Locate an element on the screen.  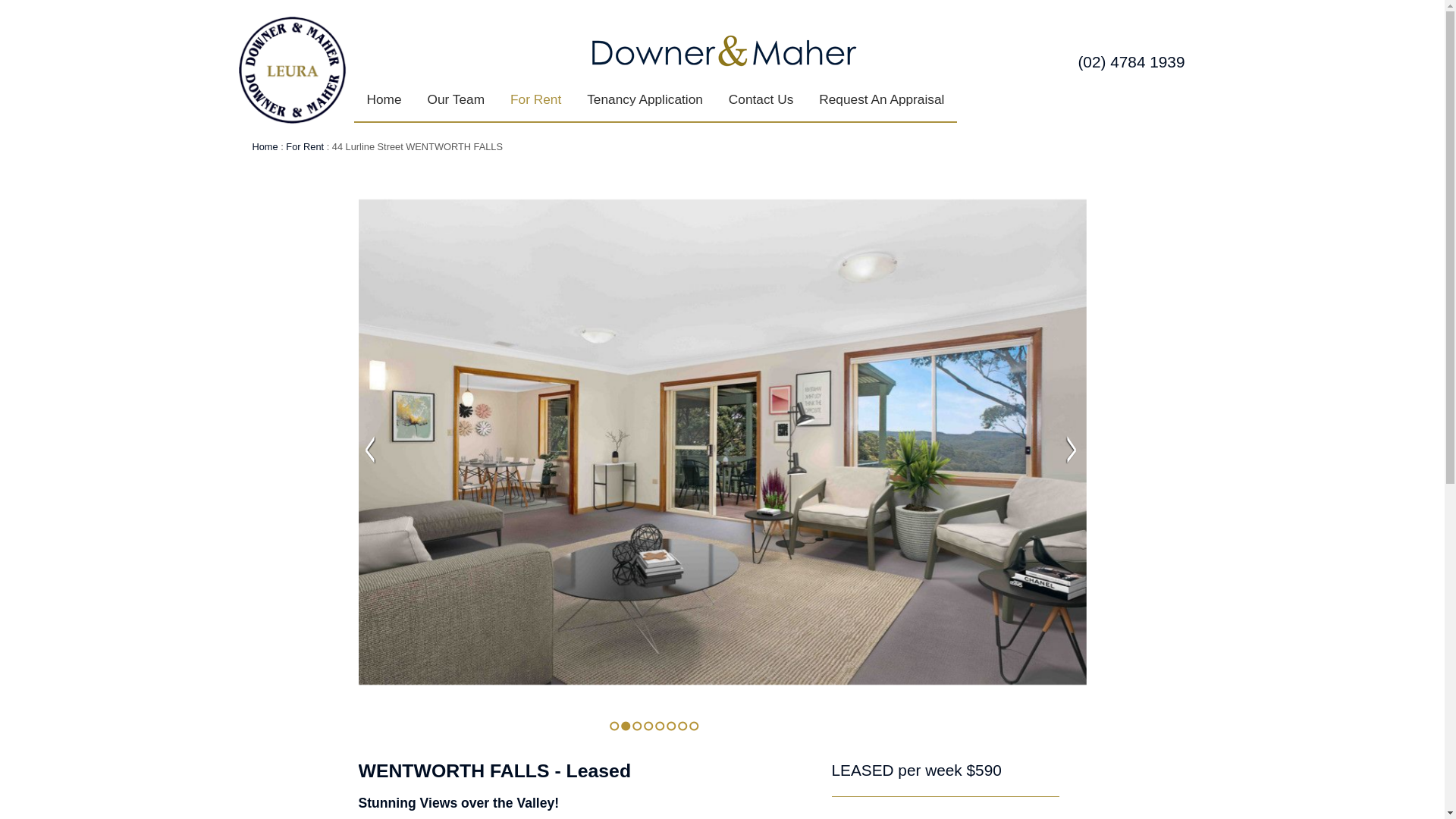
'5' is located at coordinates (660, 725).